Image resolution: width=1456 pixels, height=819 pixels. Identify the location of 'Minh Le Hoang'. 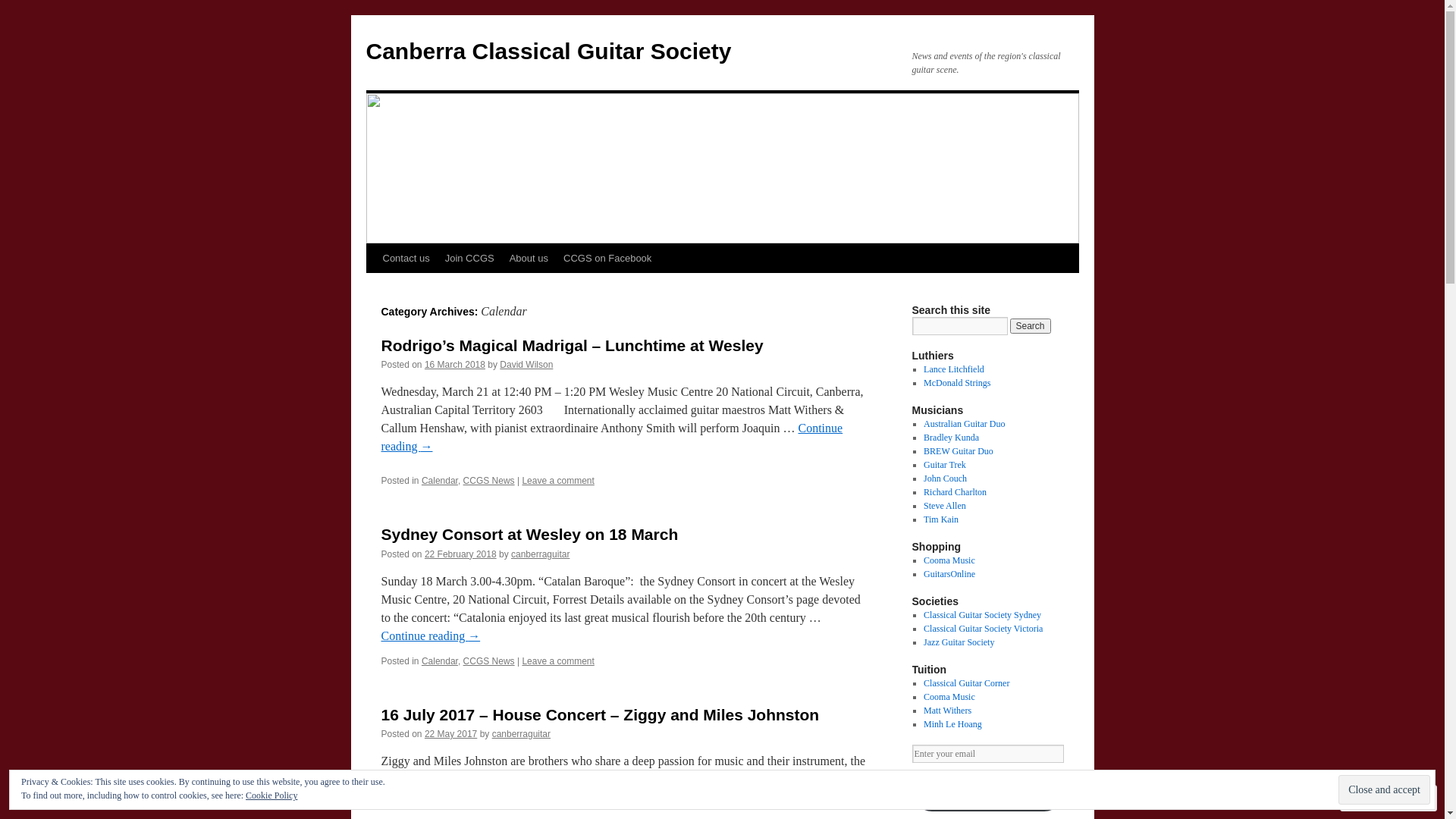
(952, 723).